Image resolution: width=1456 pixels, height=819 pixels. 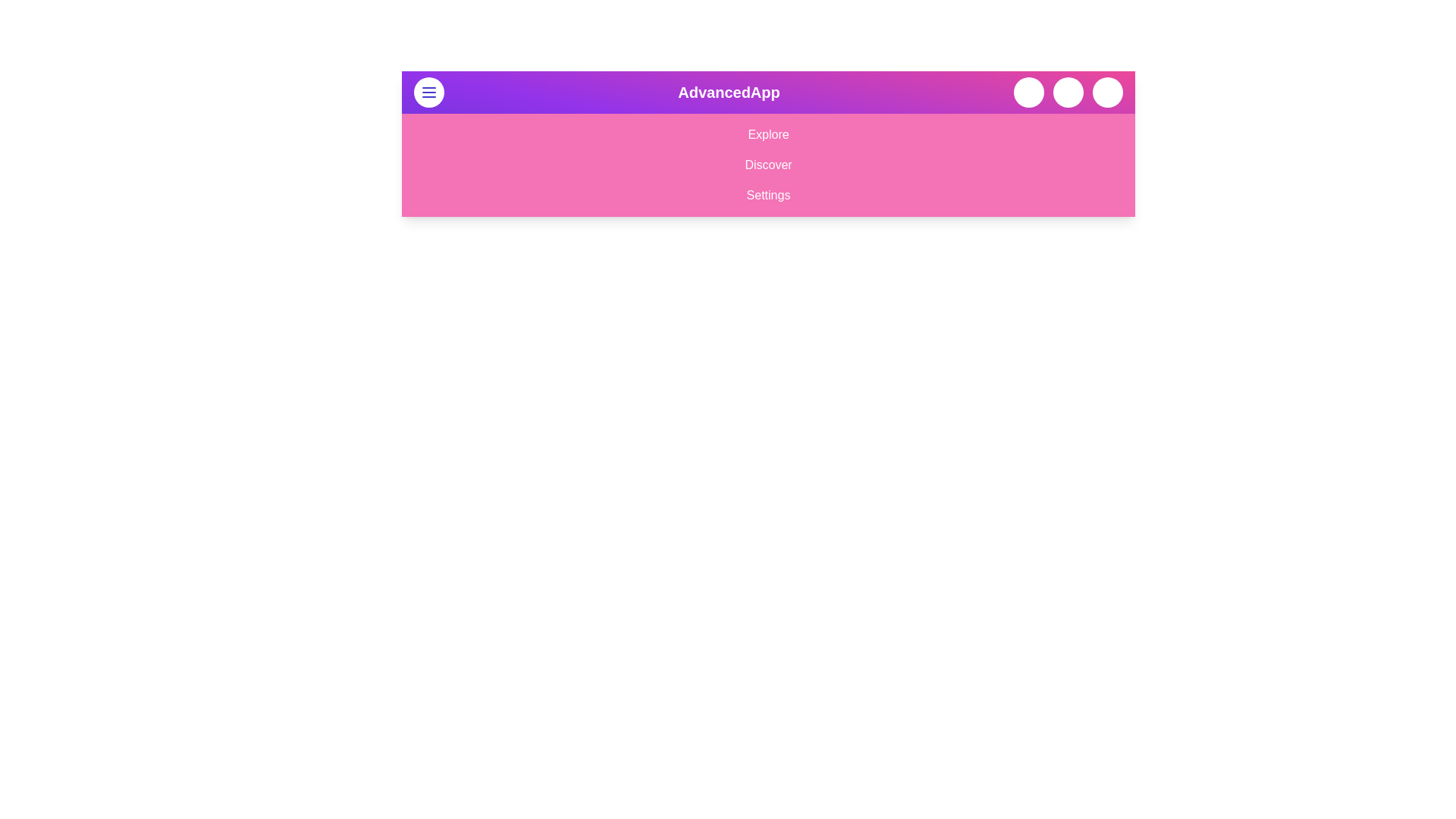 I want to click on the menu option Discover, so click(x=768, y=165).